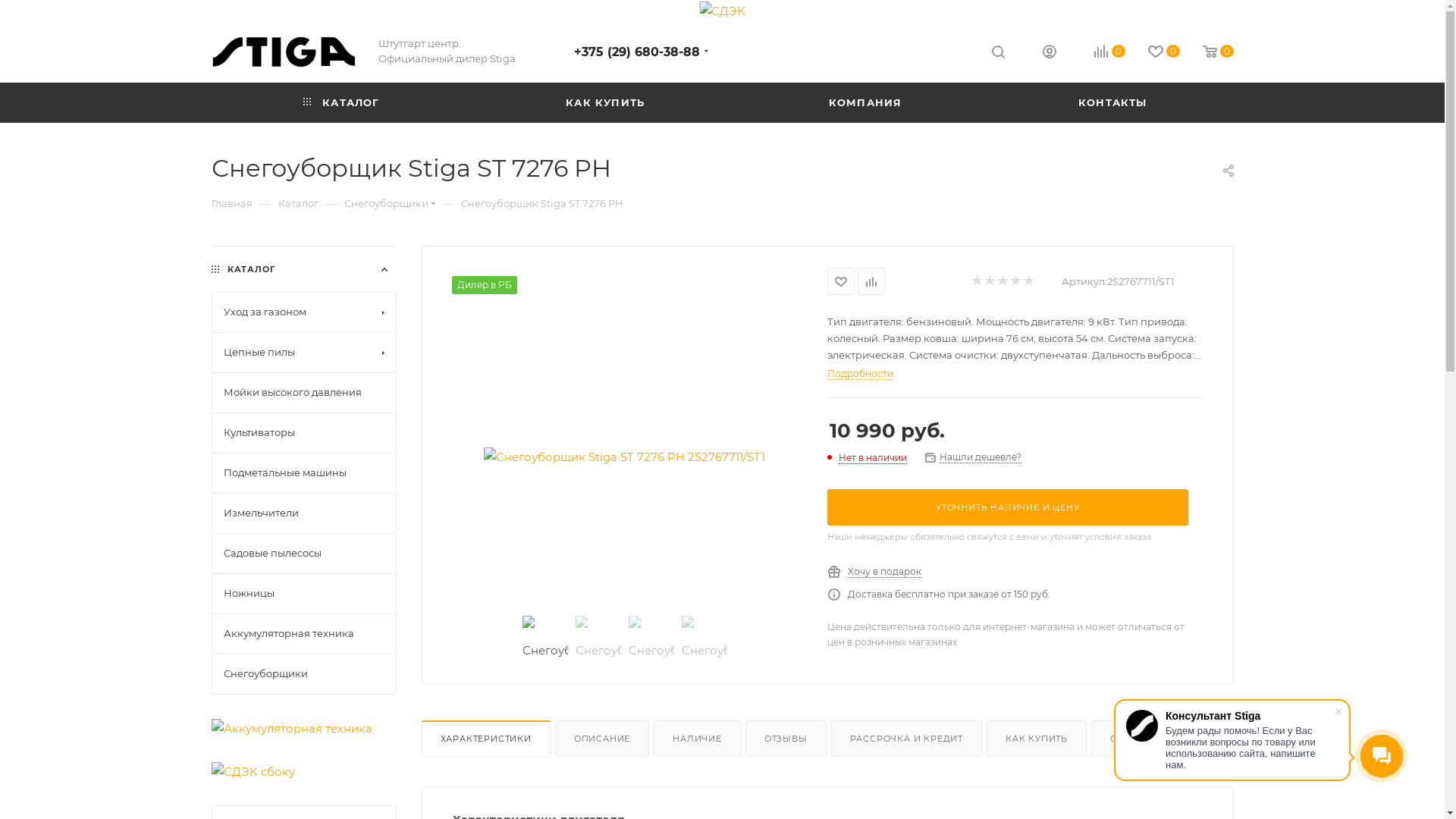 This screenshot has width=1456, height=819. Describe the element at coordinates (636, 51) in the screenshot. I see `'+375 (29) 680-38-88'` at that location.